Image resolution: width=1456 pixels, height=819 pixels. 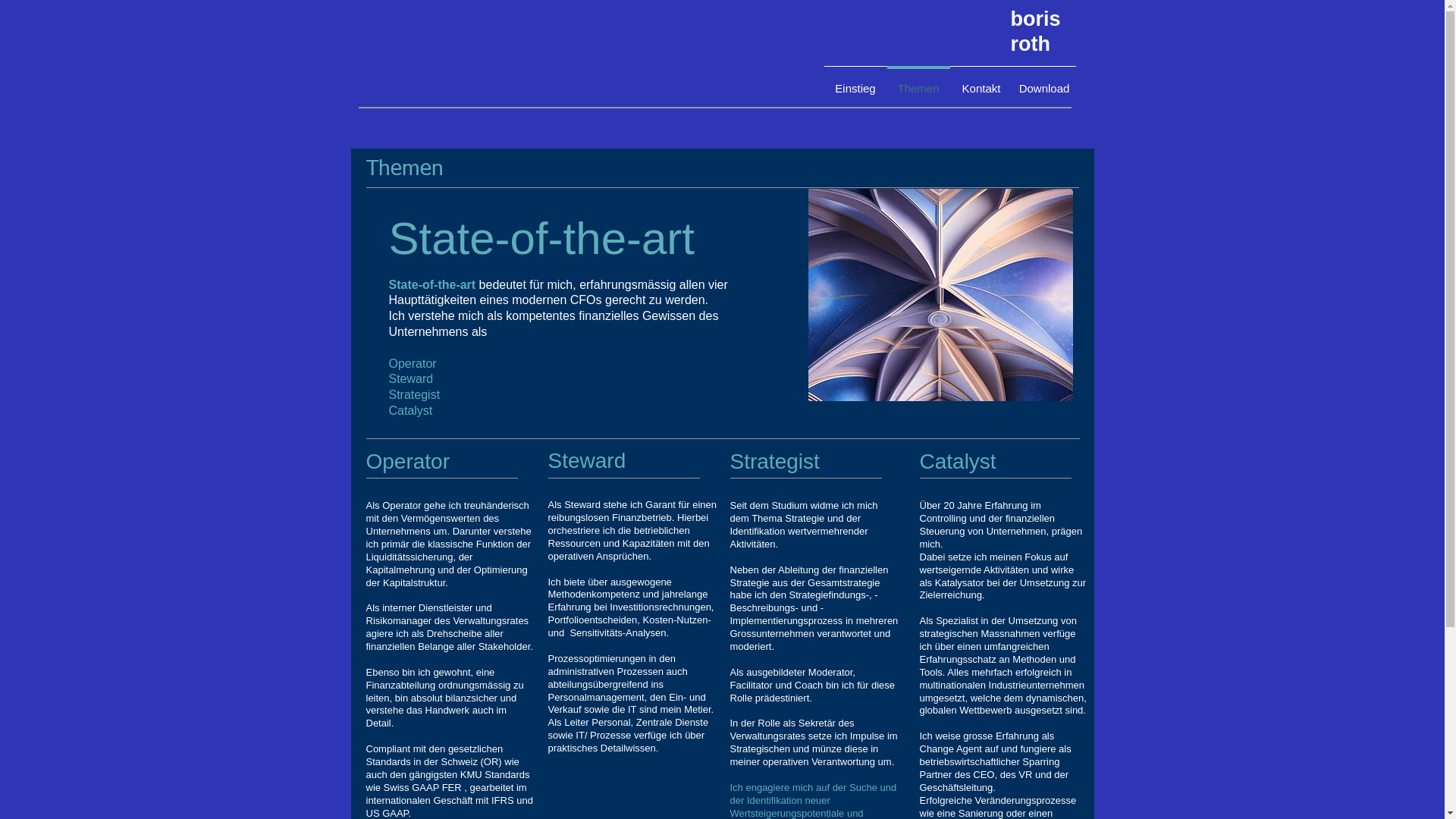 What do you see at coordinates (981, 82) in the screenshot?
I see `'Kontakt'` at bounding box center [981, 82].